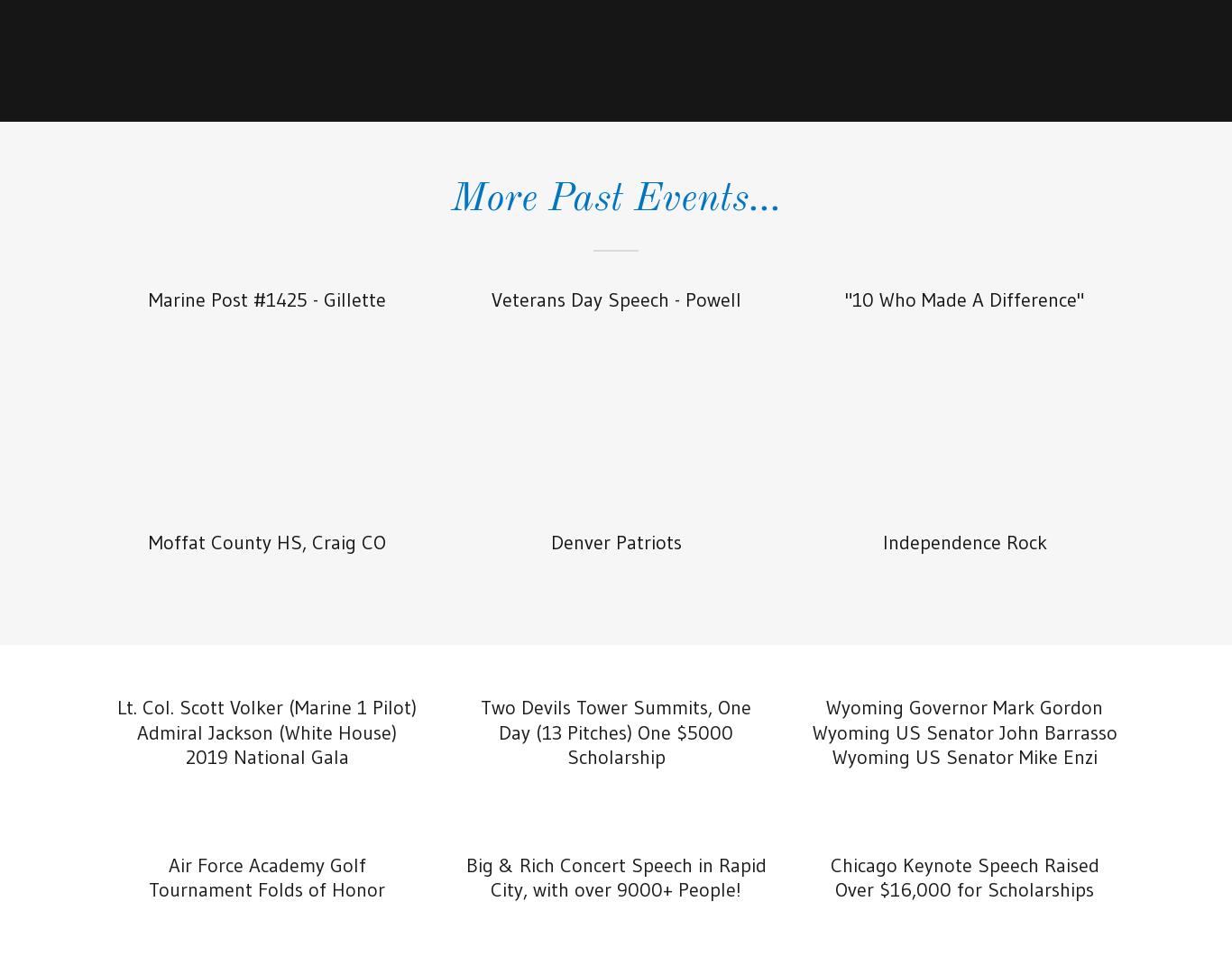  I want to click on 'Denver Patriots', so click(614, 540).